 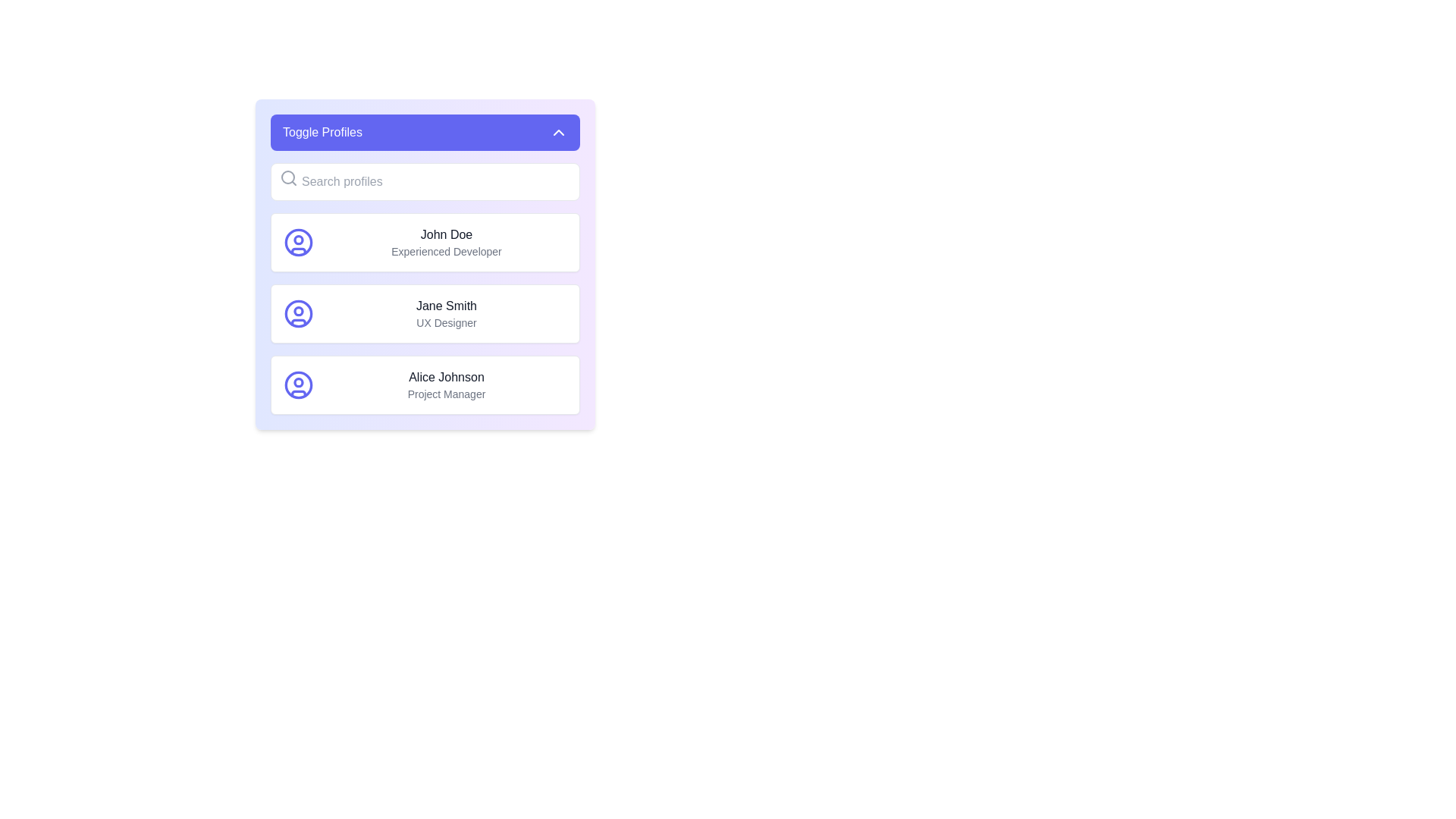 What do you see at coordinates (446, 234) in the screenshot?
I see `the Text Label displaying the name of the user in the profile list card, located above the subtitle 'Experienced Developer' and next to the user profile icon` at bounding box center [446, 234].